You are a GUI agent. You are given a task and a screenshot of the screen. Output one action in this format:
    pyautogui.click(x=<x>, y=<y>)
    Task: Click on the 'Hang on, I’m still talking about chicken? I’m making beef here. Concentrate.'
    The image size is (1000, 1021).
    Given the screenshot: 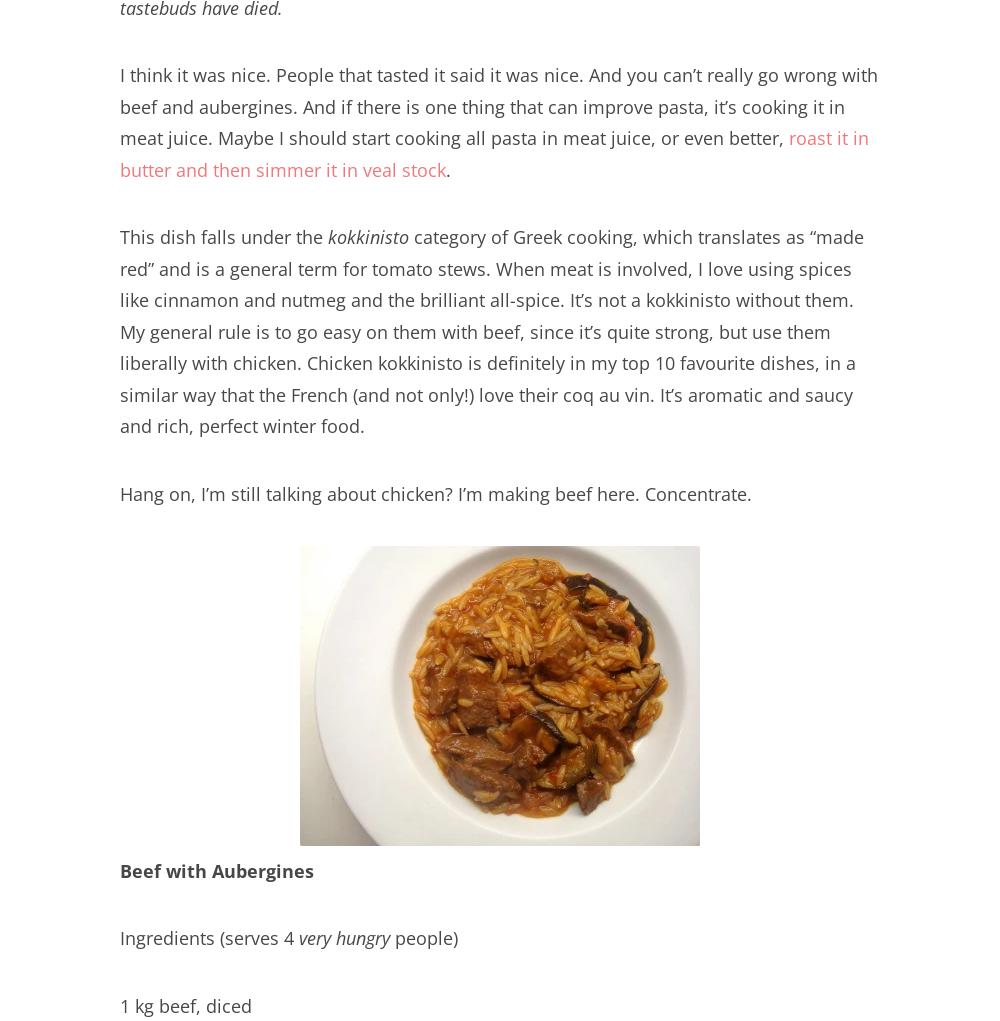 What is the action you would take?
    pyautogui.click(x=436, y=492)
    